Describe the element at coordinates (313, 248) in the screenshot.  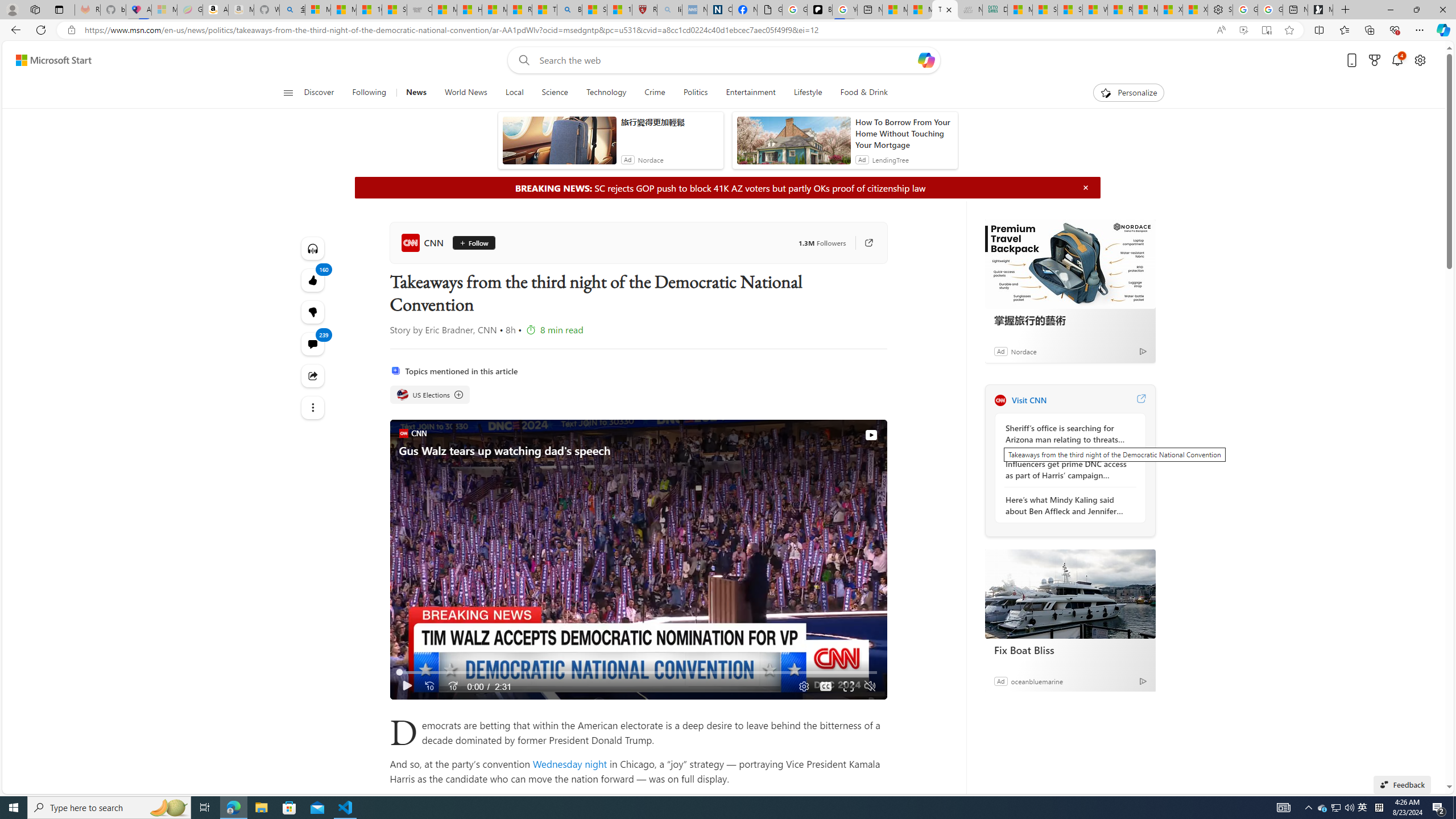
I see `'Listen to this article'` at that location.